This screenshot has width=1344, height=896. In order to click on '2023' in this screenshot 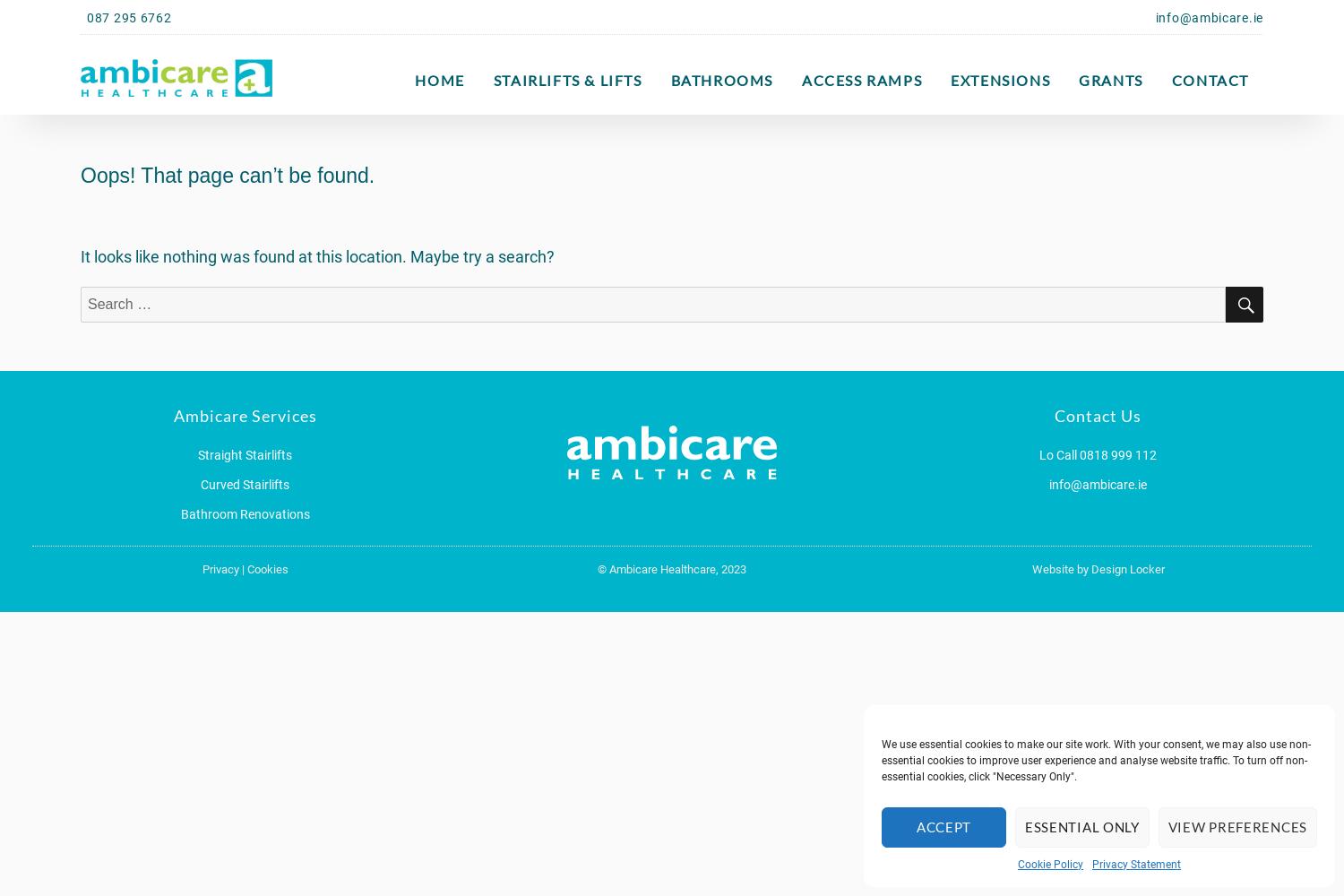, I will do `click(718, 569)`.